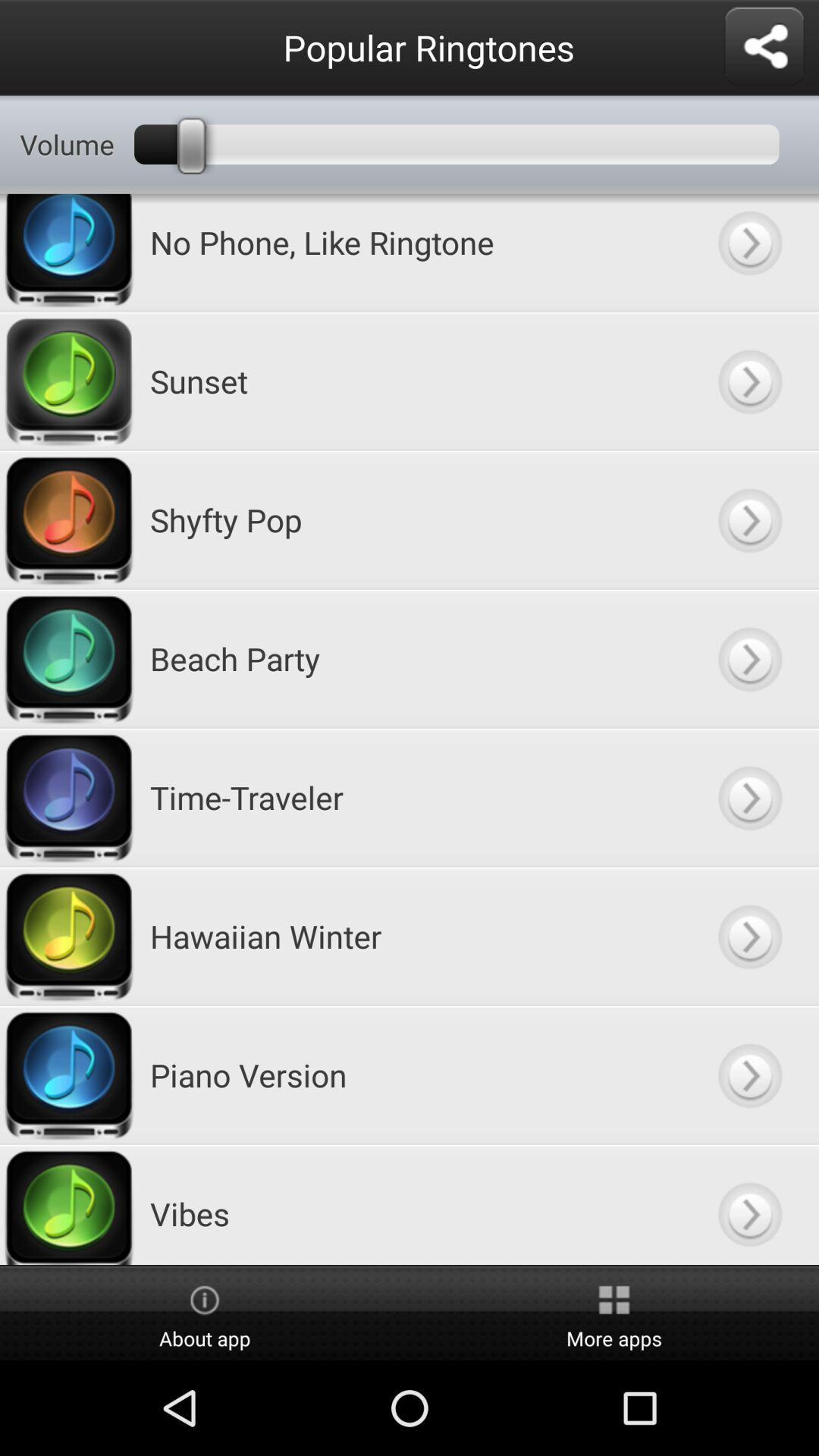 The width and height of the screenshot is (819, 1456). What do you see at coordinates (748, 253) in the screenshot?
I see `play` at bounding box center [748, 253].